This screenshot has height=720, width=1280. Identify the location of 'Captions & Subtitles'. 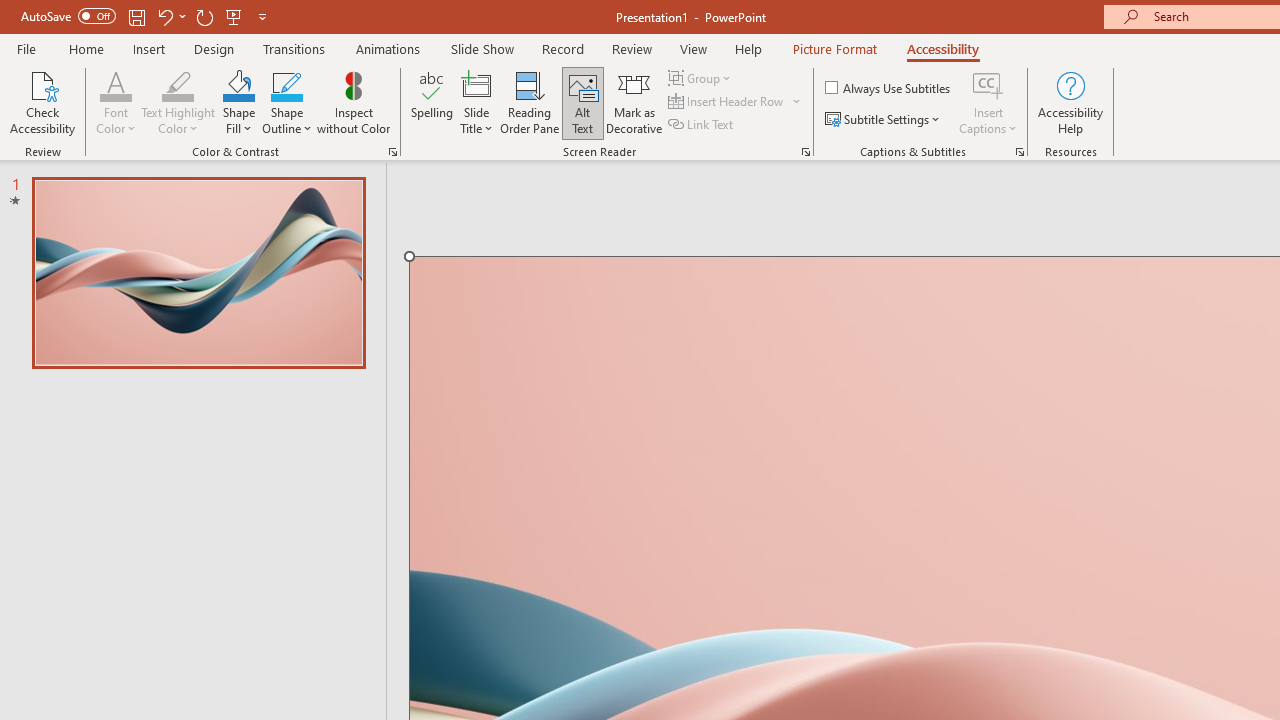
(1020, 150).